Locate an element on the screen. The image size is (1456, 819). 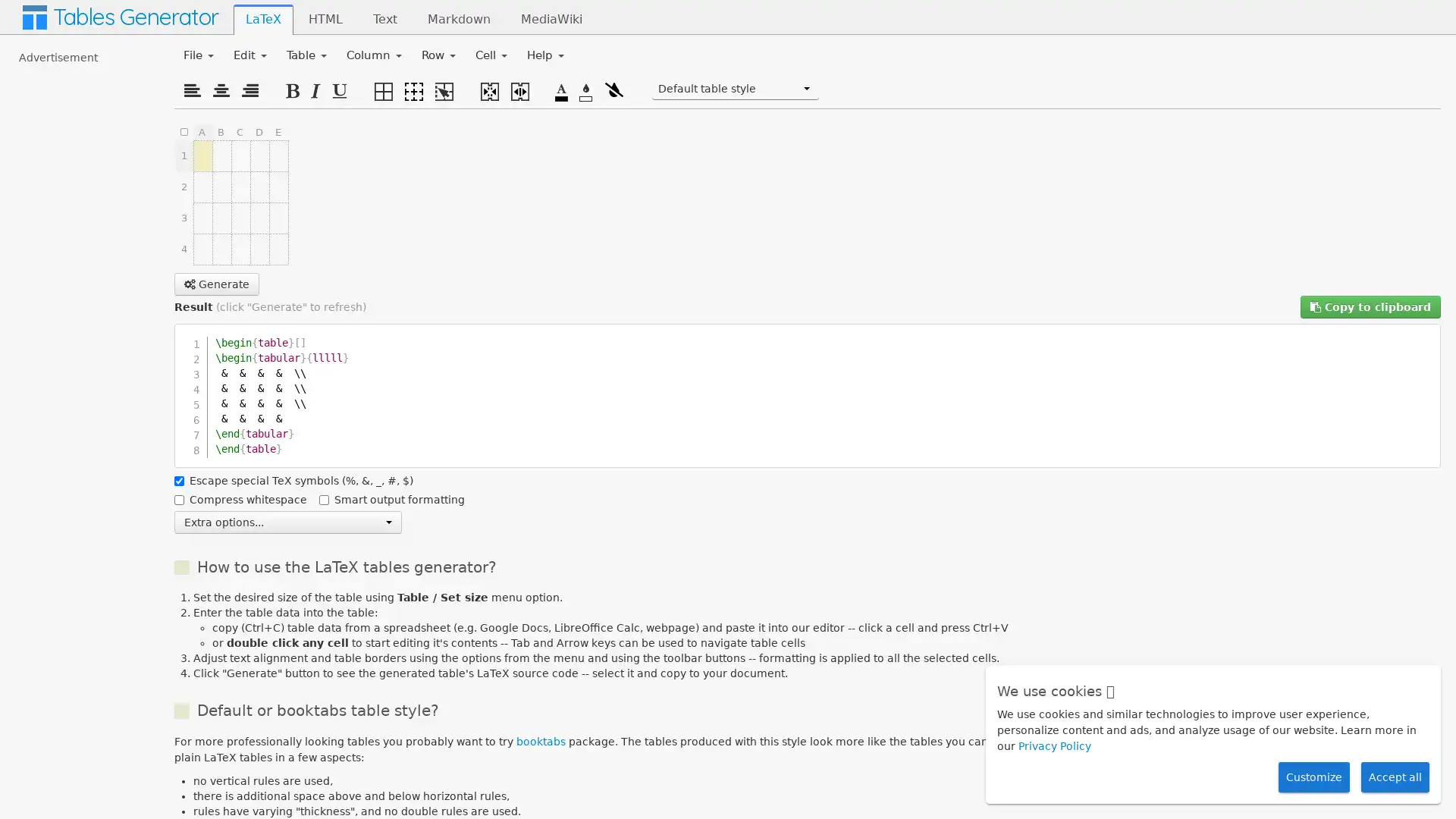
Generate is located at coordinates (216, 284).